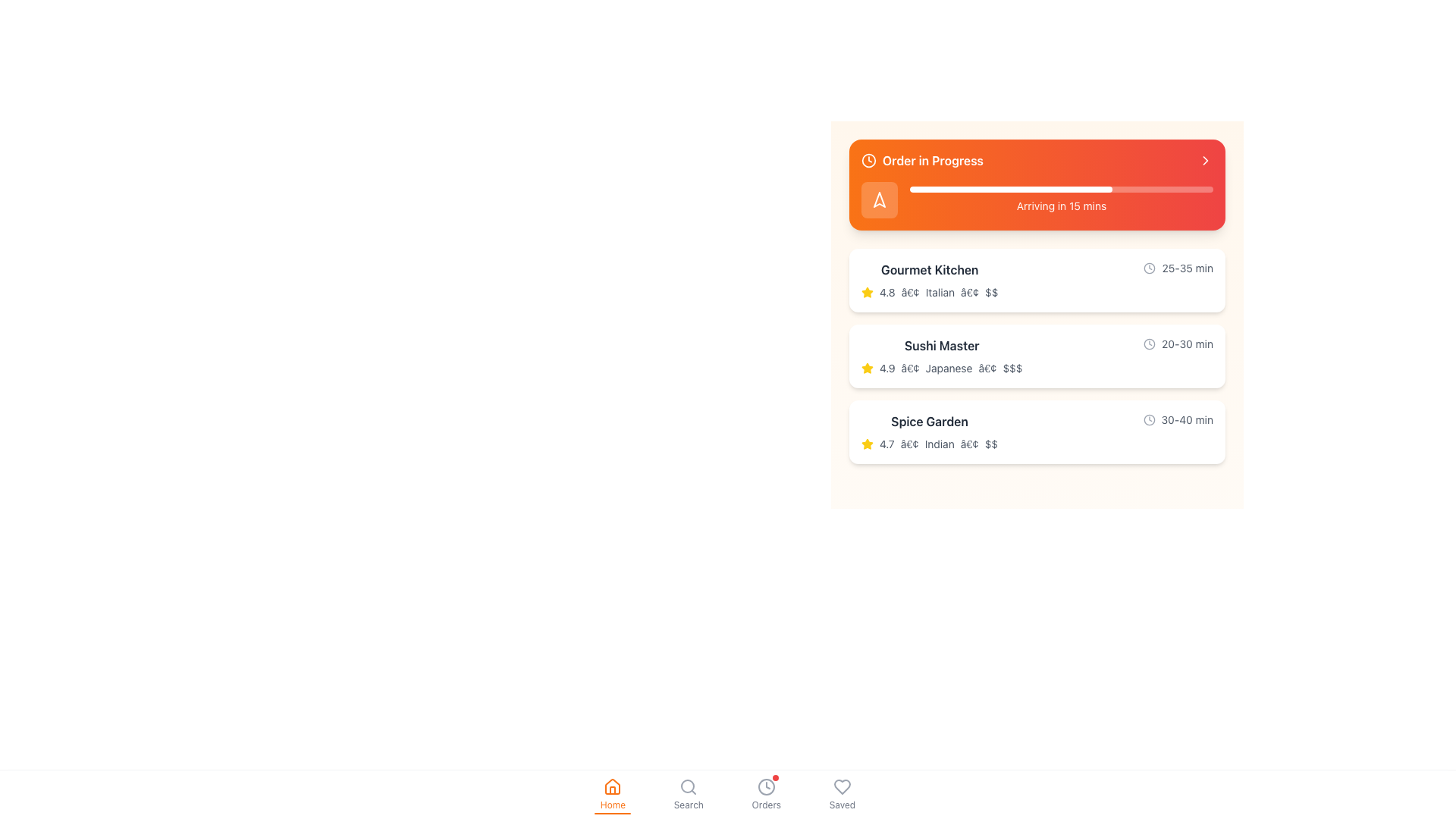  What do you see at coordinates (869, 161) in the screenshot?
I see `the time-related icon located at the beginning of the 'Order in Progress' section in the orange bar at the top of the card interface` at bounding box center [869, 161].